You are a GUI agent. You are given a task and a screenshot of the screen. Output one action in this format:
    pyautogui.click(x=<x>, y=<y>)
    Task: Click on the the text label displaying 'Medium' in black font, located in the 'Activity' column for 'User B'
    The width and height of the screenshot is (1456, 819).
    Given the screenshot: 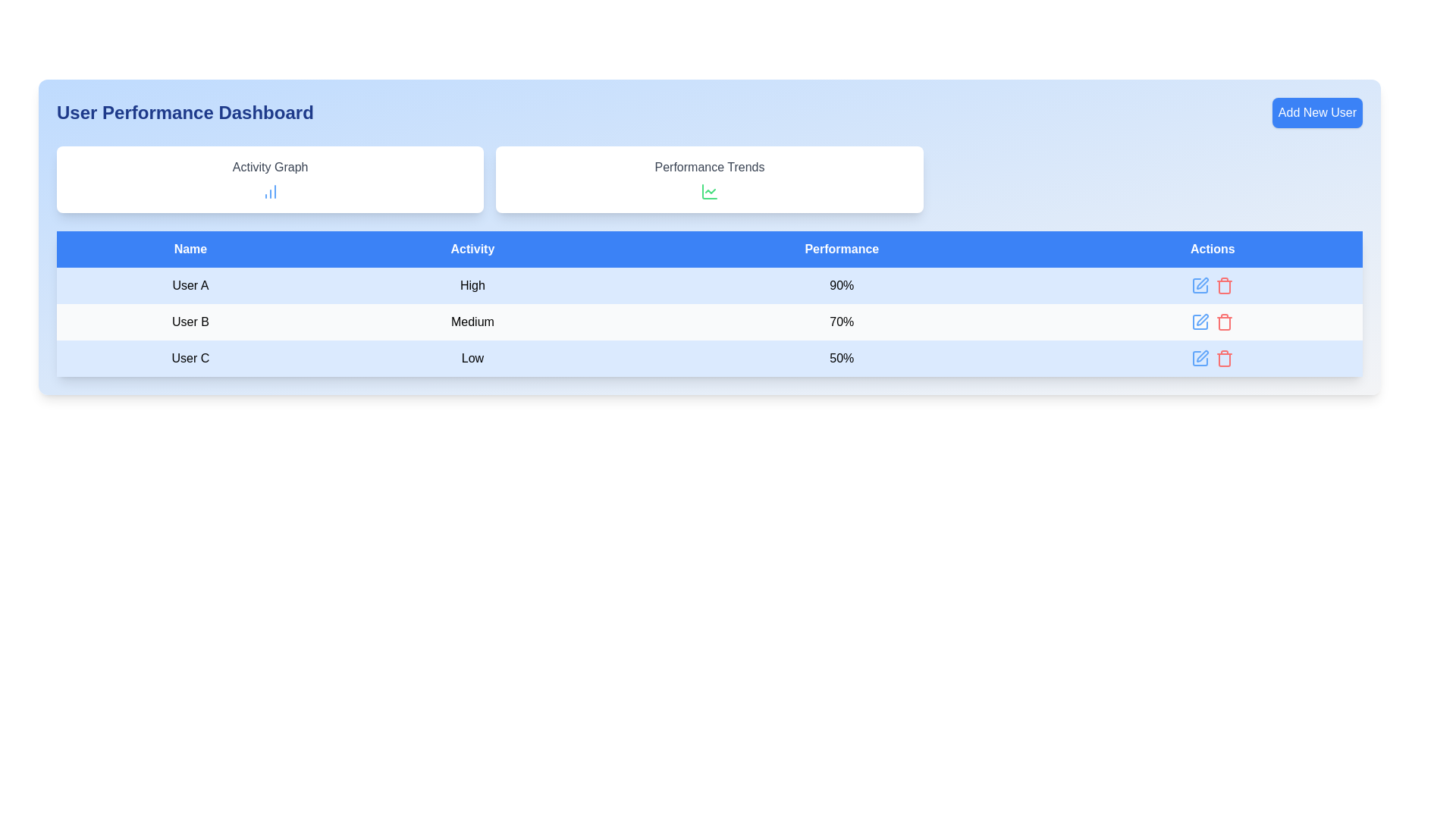 What is the action you would take?
    pyautogui.click(x=472, y=321)
    